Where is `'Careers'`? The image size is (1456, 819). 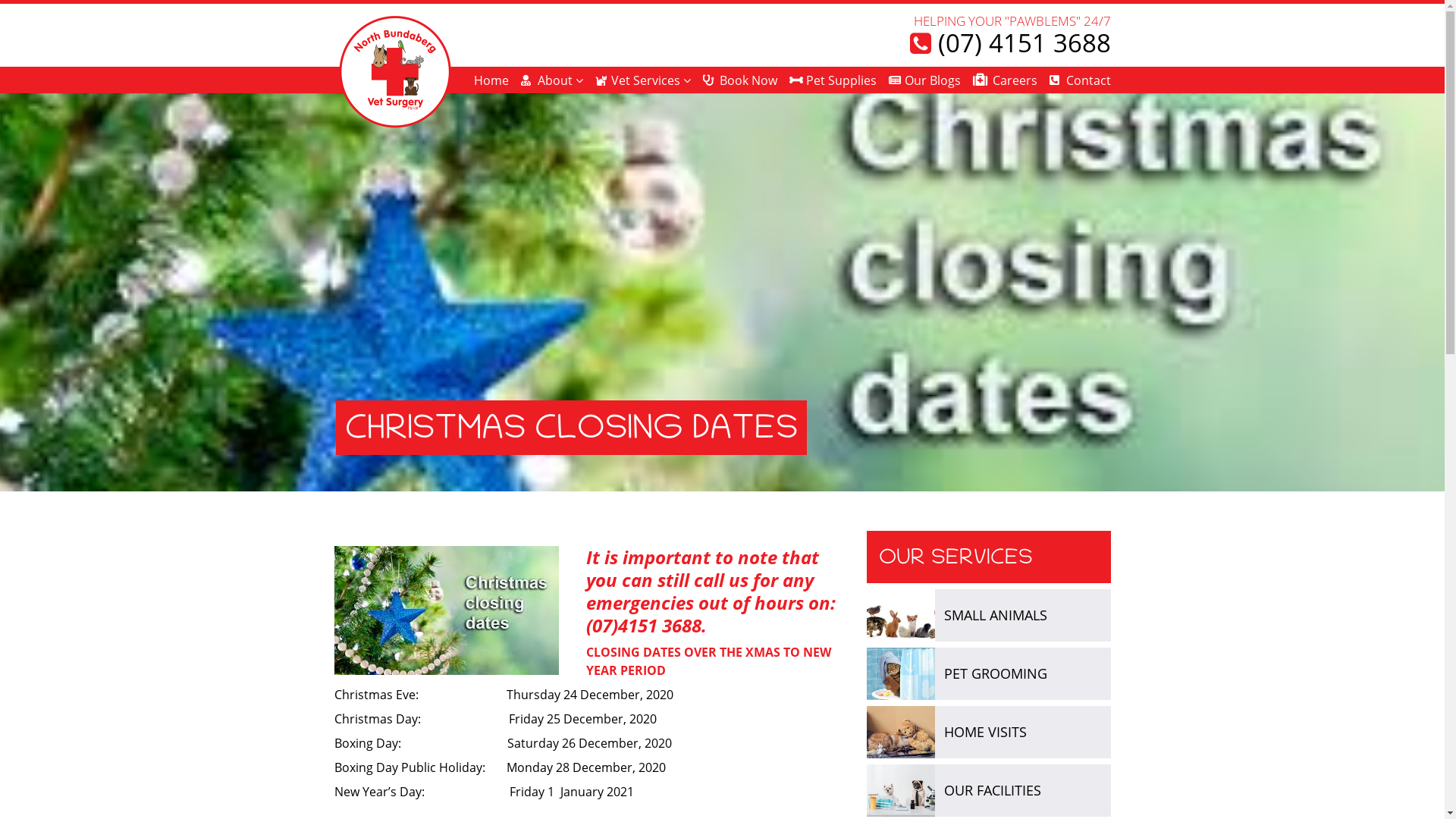 'Careers' is located at coordinates (972, 80).